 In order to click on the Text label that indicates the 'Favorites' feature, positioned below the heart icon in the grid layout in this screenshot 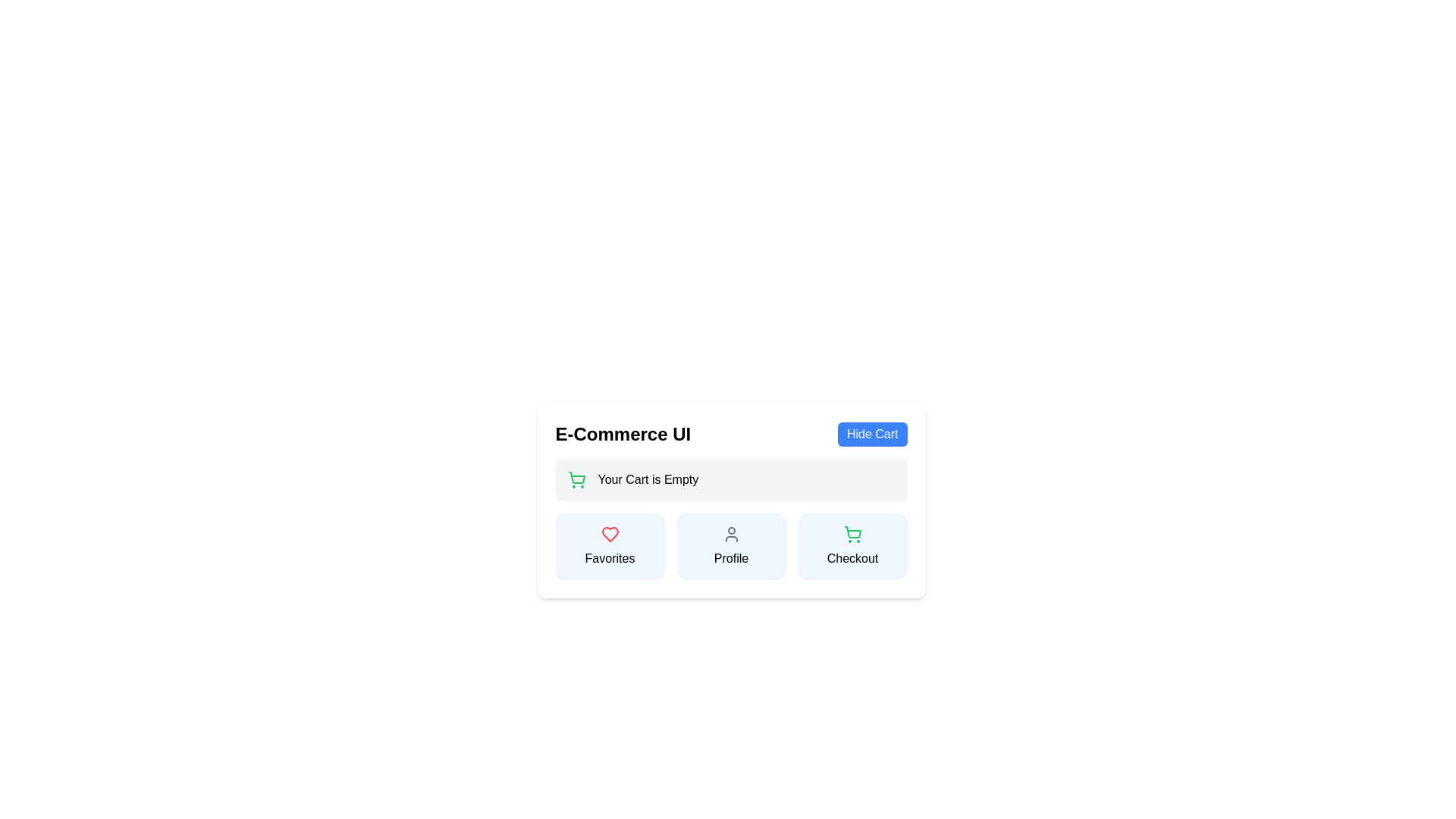, I will do `click(610, 558)`.